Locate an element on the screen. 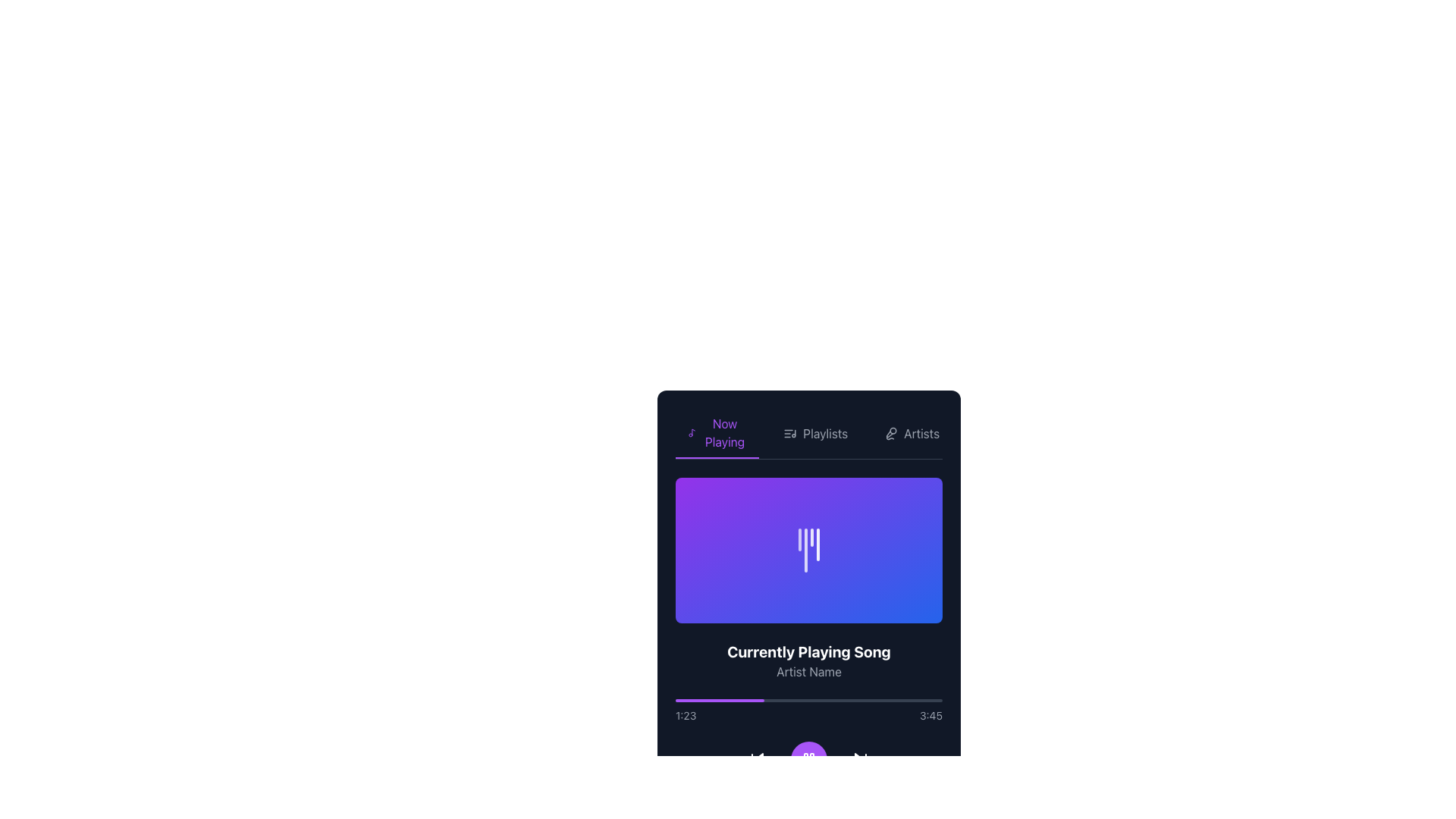 The width and height of the screenshot is (1456, 819). the static text label displaying 'Currently Playing Song', which is bold and large-sized, positioned above the 'Artist Name' text in a dark background is located at coordinates (808, 651).